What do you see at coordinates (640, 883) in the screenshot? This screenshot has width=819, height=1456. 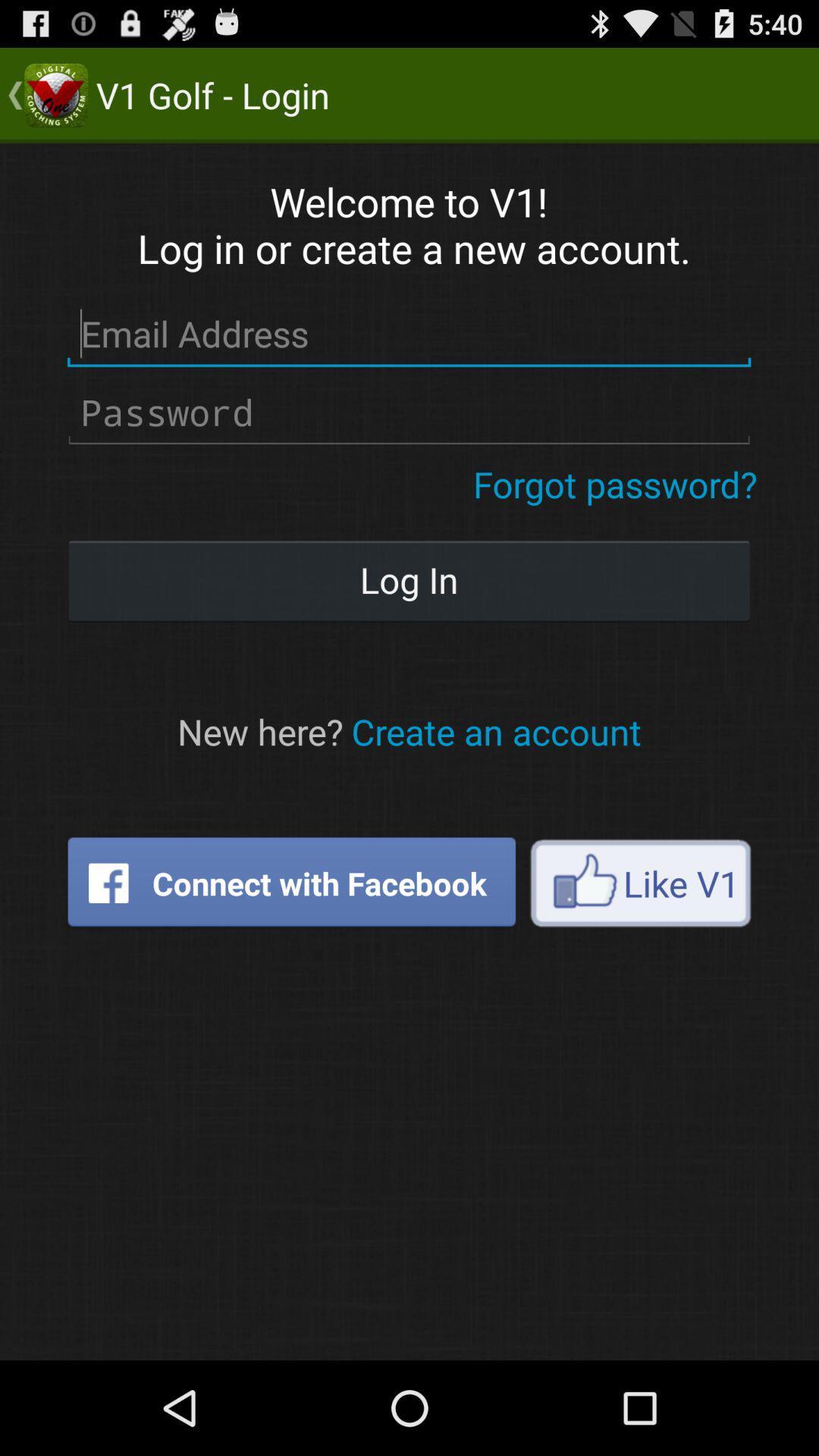 I see `the item to the right of connect with facebook item` at bounding box center [640, 883].